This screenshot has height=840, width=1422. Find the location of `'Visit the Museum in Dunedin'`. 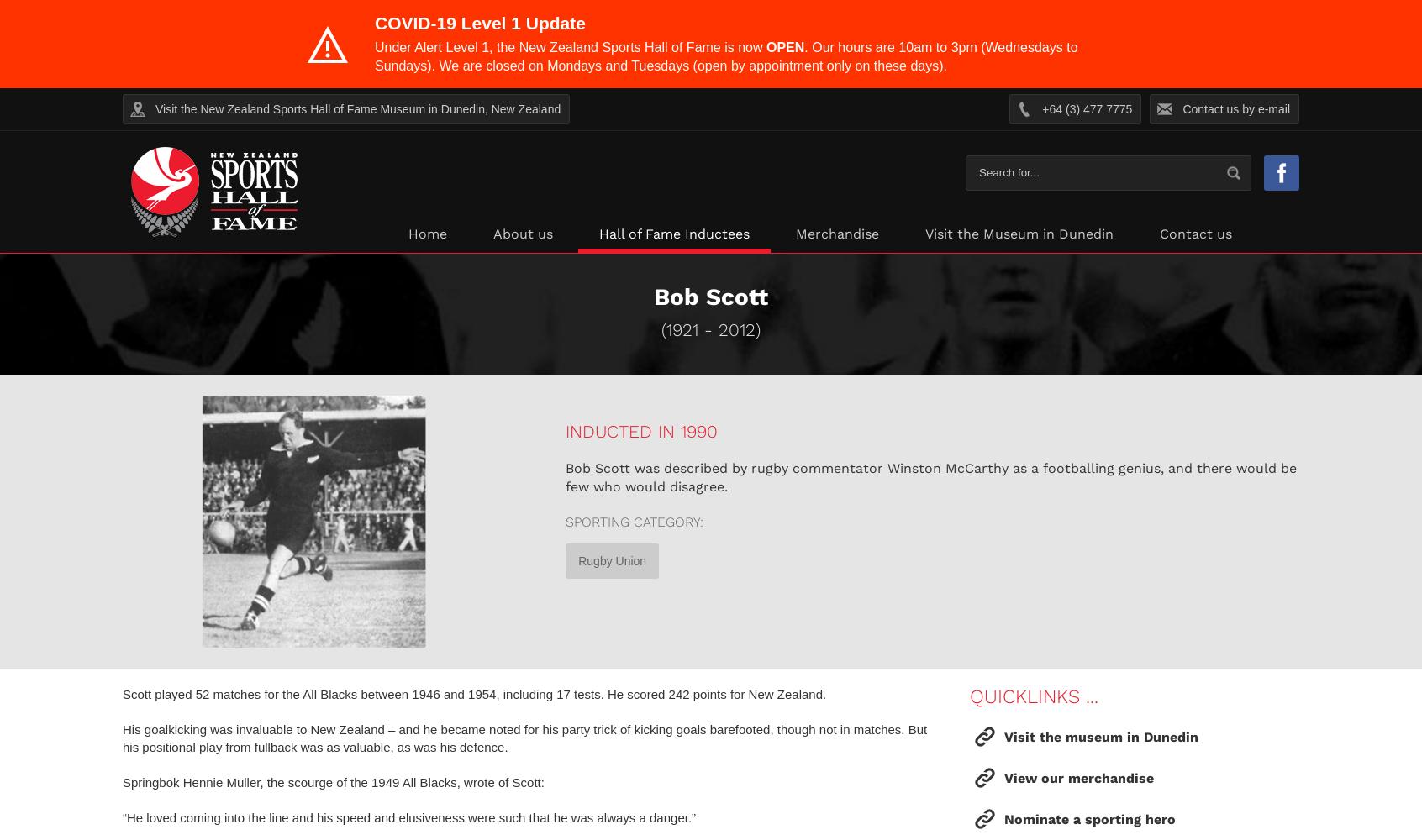

'Visit the Museum in Dunedin' is located at coordinates (924, 234).